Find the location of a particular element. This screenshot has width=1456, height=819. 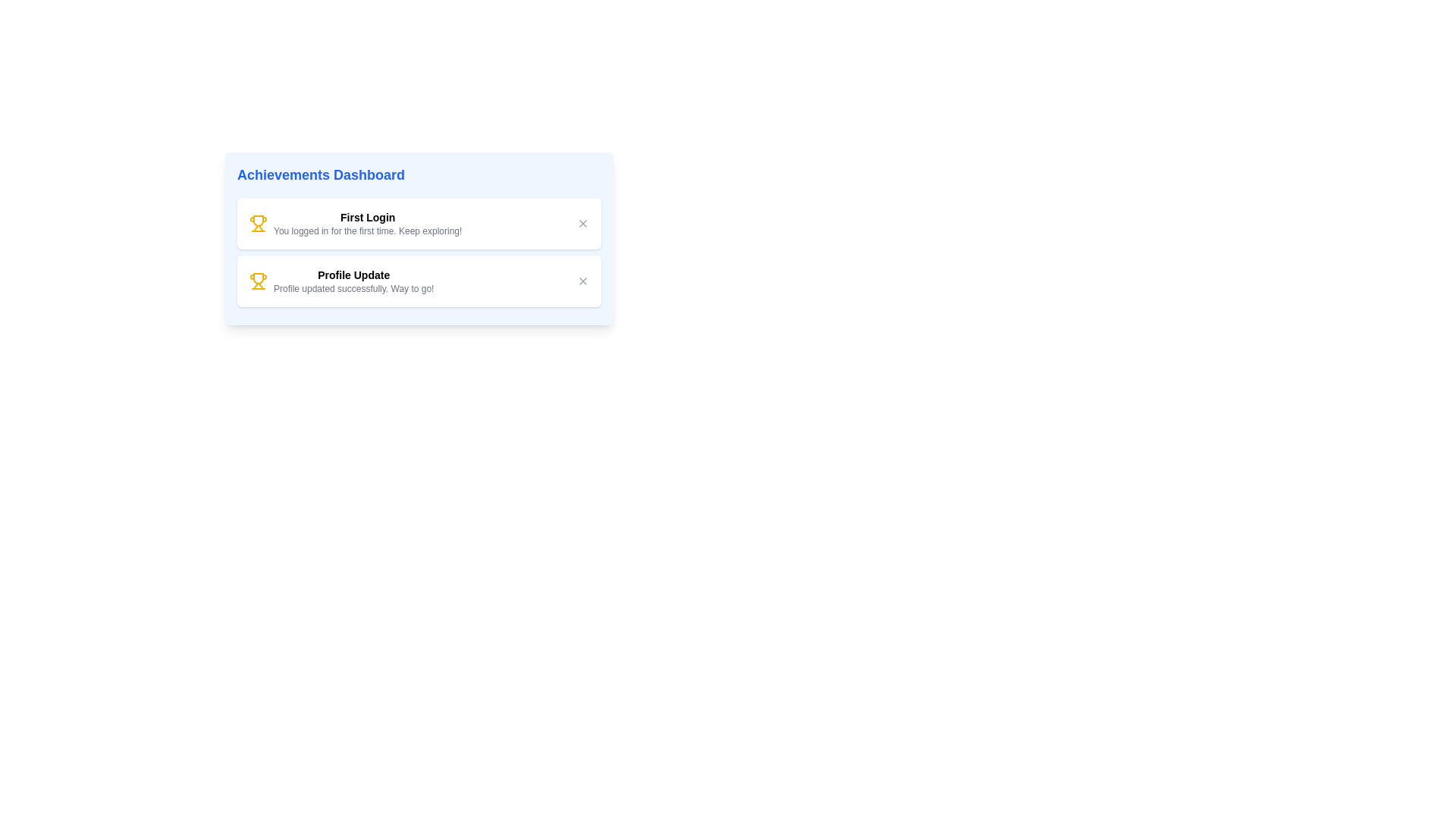

the dismiss button located in the top-right corner of the 'First Login' notification card to change its color is located at coordinates (582, 223).